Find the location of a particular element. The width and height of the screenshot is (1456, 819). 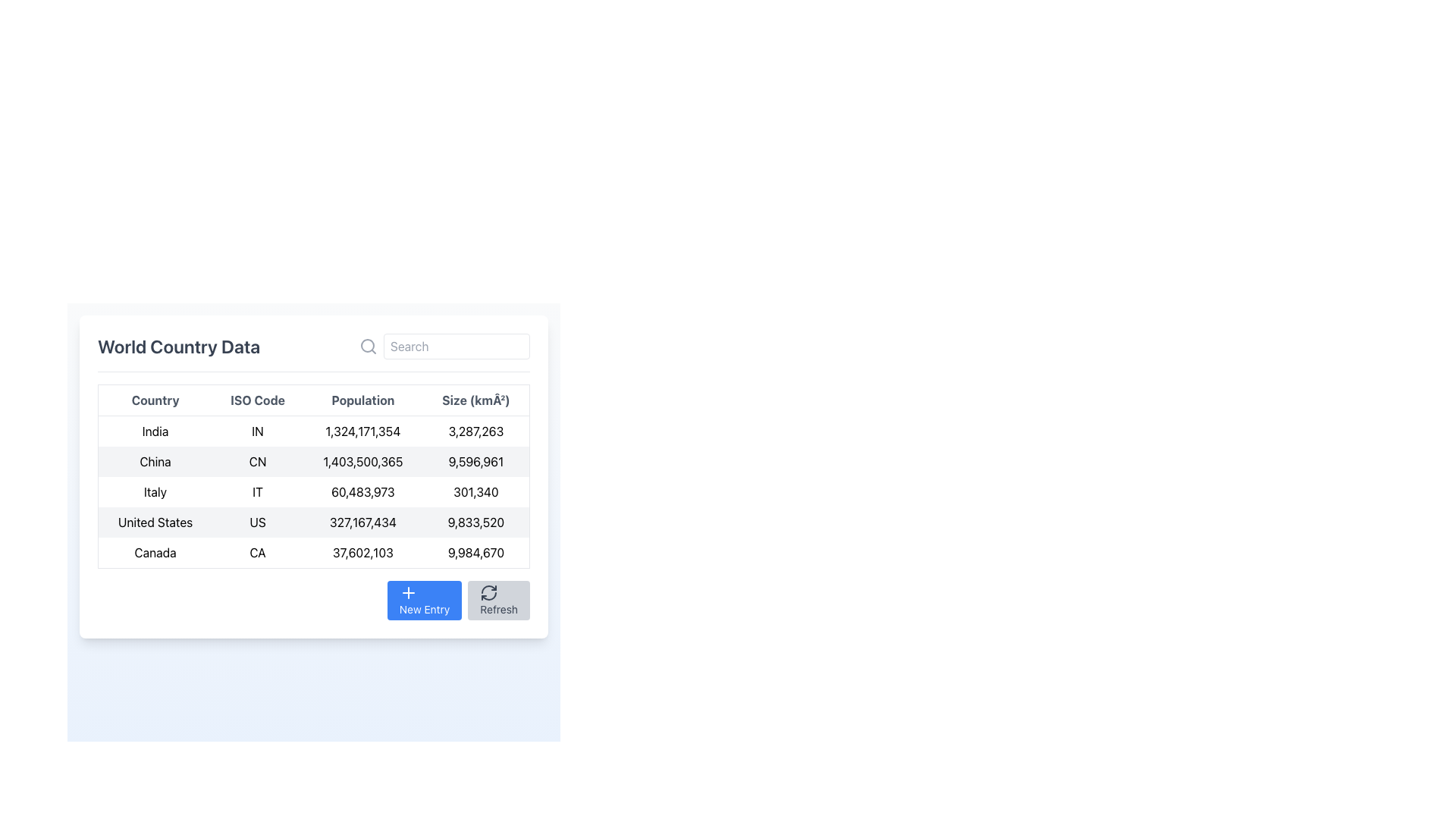

the circular part of the magnifying glass icon, located near the right edge of the header section of the data table interface, adjacent to the search input field is located at coordinates (367, 345).